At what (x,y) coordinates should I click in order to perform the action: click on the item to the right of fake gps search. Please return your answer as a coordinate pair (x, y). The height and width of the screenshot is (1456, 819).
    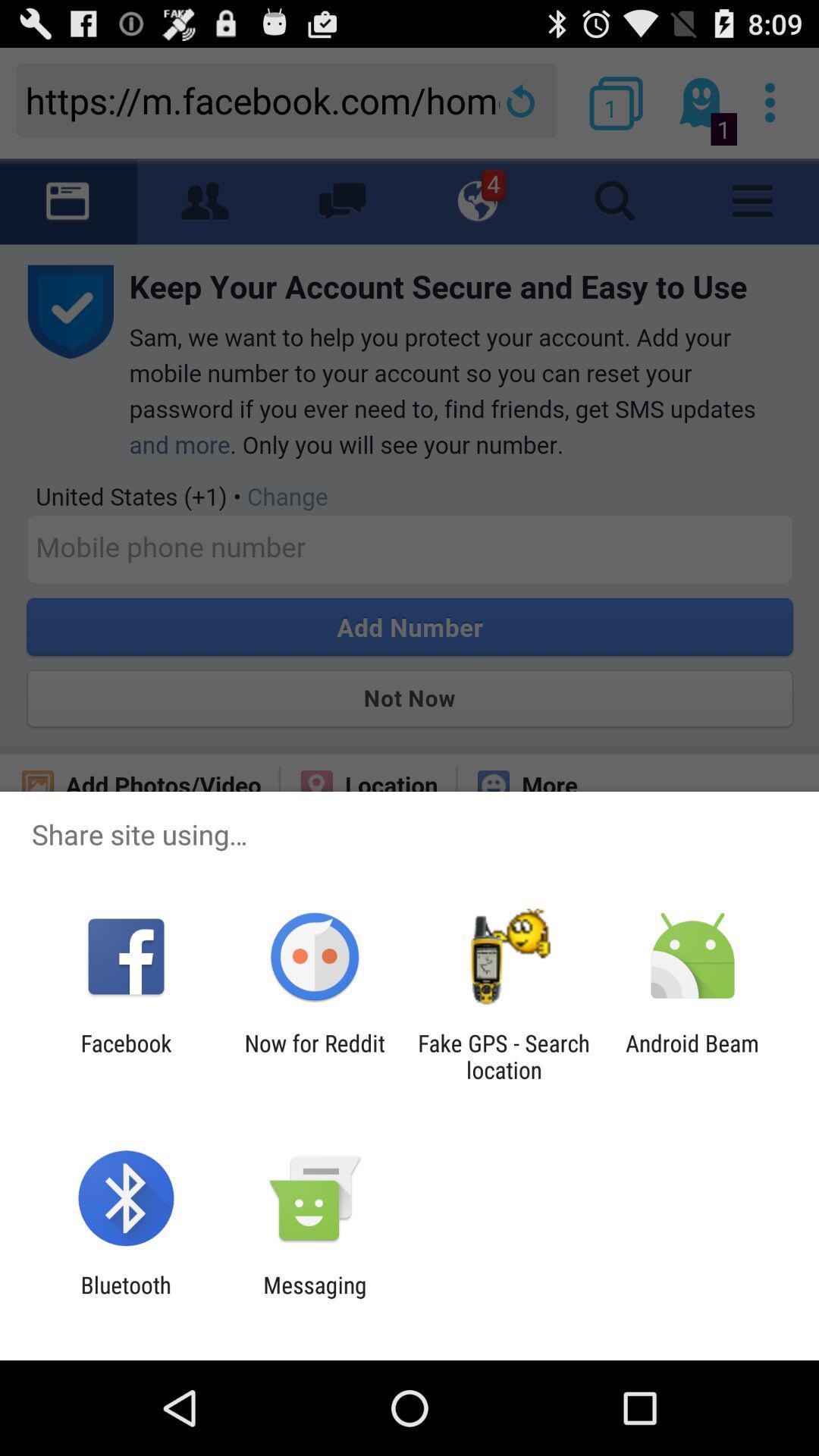
    Looking at the image, I should click on (692, 1056).